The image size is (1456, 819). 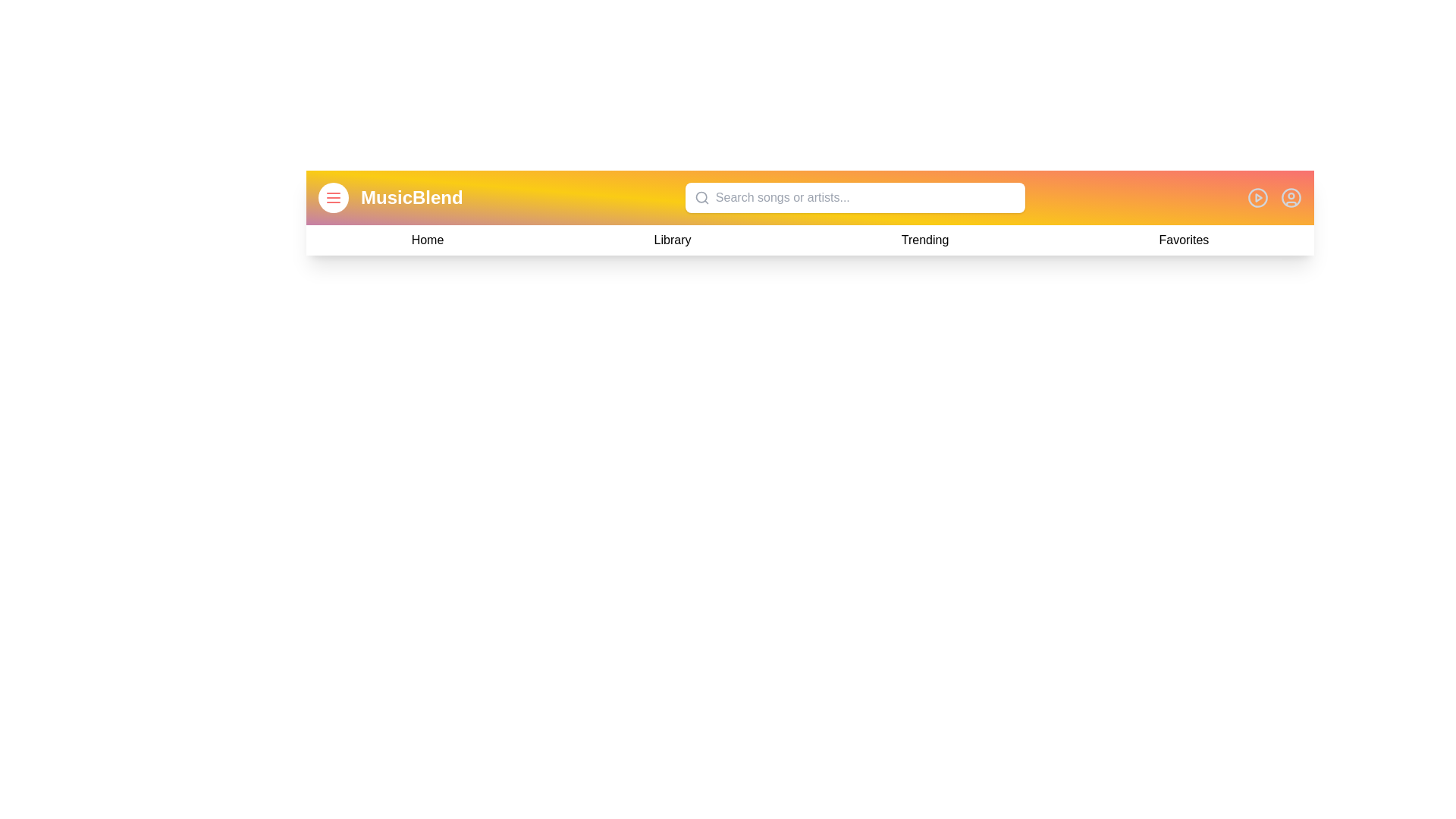 What do you see at coordinates (426, 239) in the screenshot?
I see `the 'Home' button in the navigation bar` at bounding box center [426, 239].